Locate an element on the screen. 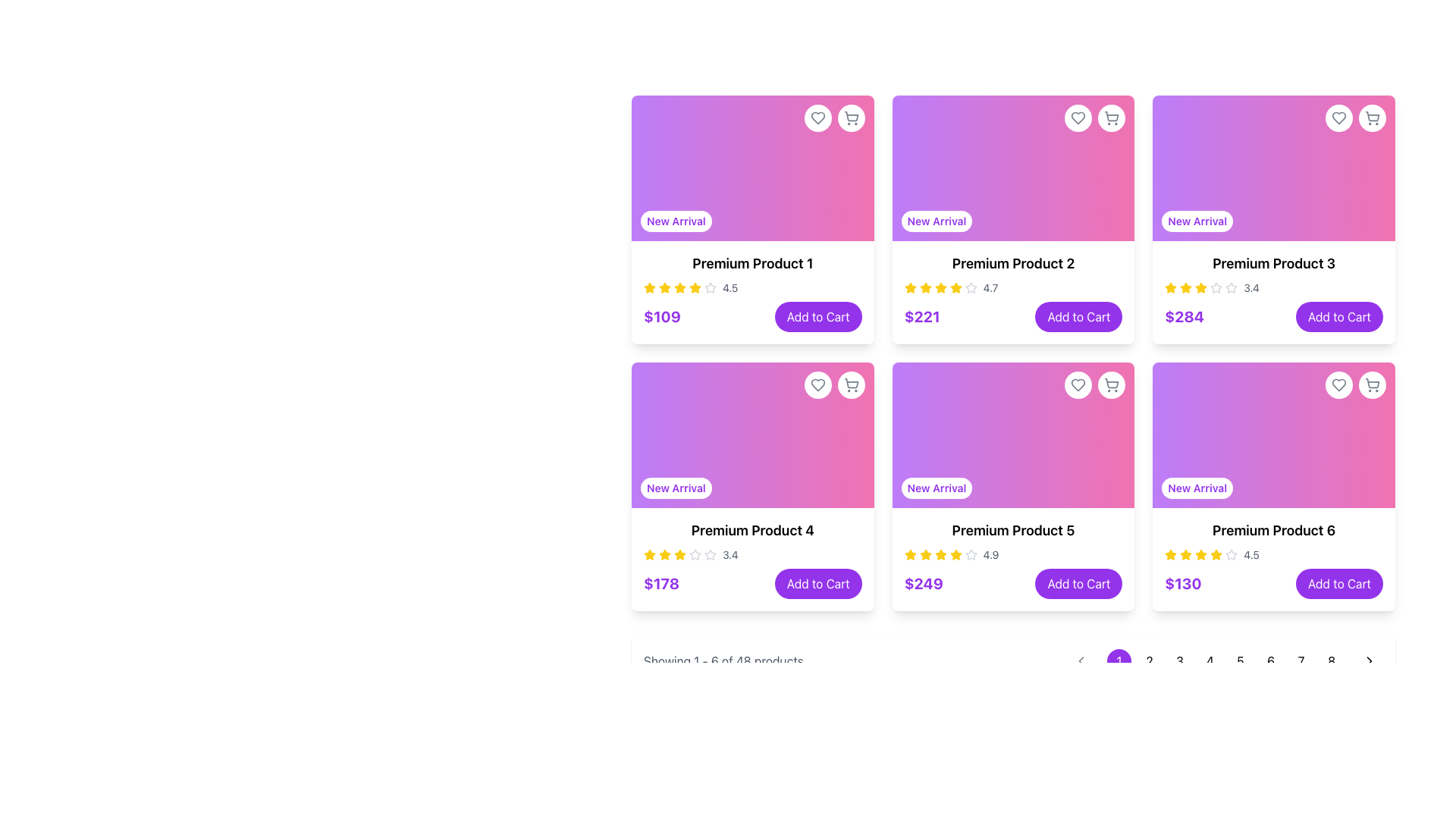 The height and width of the screenshot is (819, 1456). the 'Add to Cart' button which is a rounded button with a purple background and white text, located in the third card of the first row of the product grid layout is located at coordinates (1339, 315).